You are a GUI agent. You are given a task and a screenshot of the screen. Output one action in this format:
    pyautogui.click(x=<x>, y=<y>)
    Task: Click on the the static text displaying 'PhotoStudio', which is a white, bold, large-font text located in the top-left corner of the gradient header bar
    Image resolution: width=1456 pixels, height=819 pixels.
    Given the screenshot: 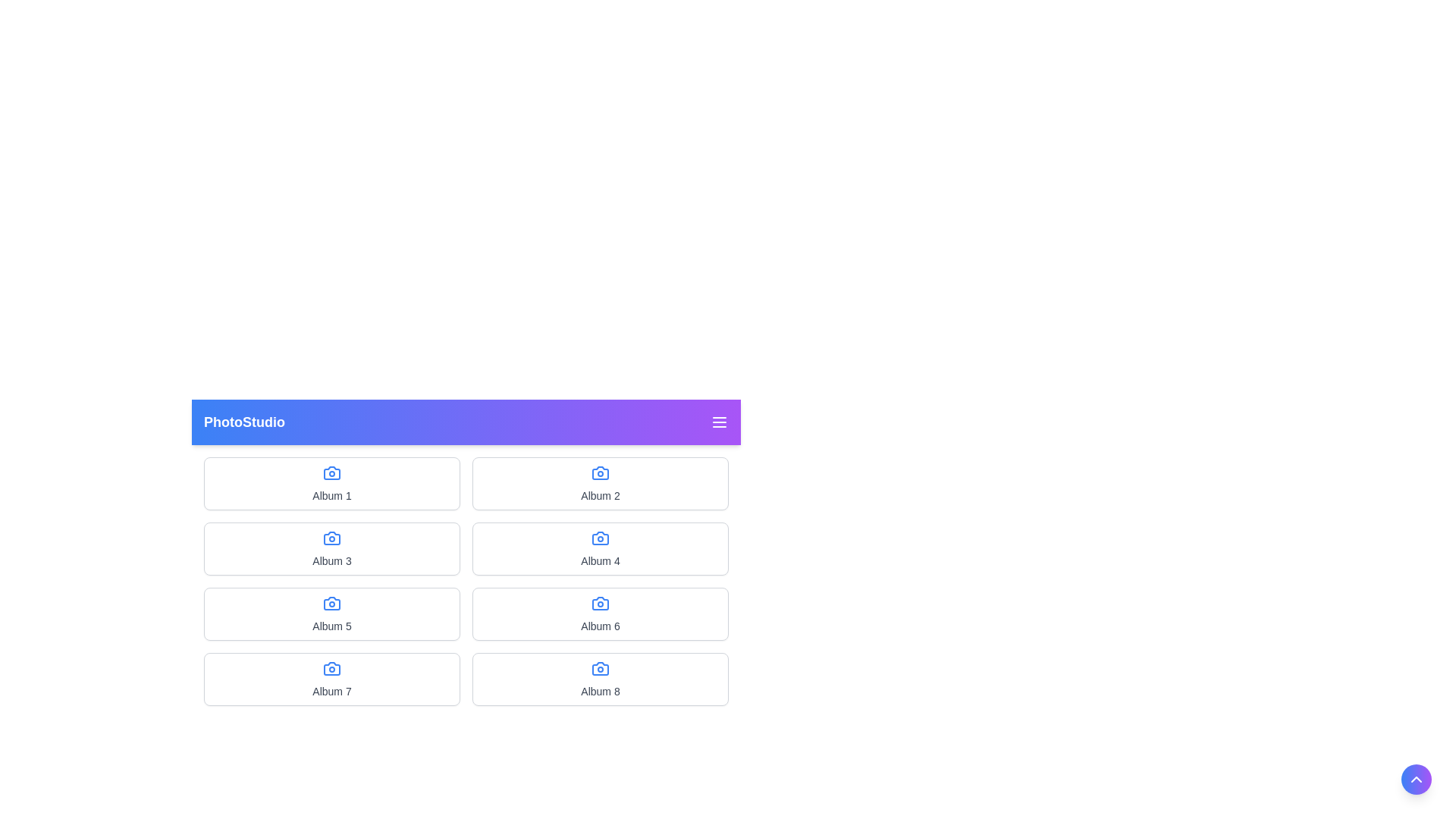 What is the action you would take?
    pyautogui.click(x=244, y=422)
    